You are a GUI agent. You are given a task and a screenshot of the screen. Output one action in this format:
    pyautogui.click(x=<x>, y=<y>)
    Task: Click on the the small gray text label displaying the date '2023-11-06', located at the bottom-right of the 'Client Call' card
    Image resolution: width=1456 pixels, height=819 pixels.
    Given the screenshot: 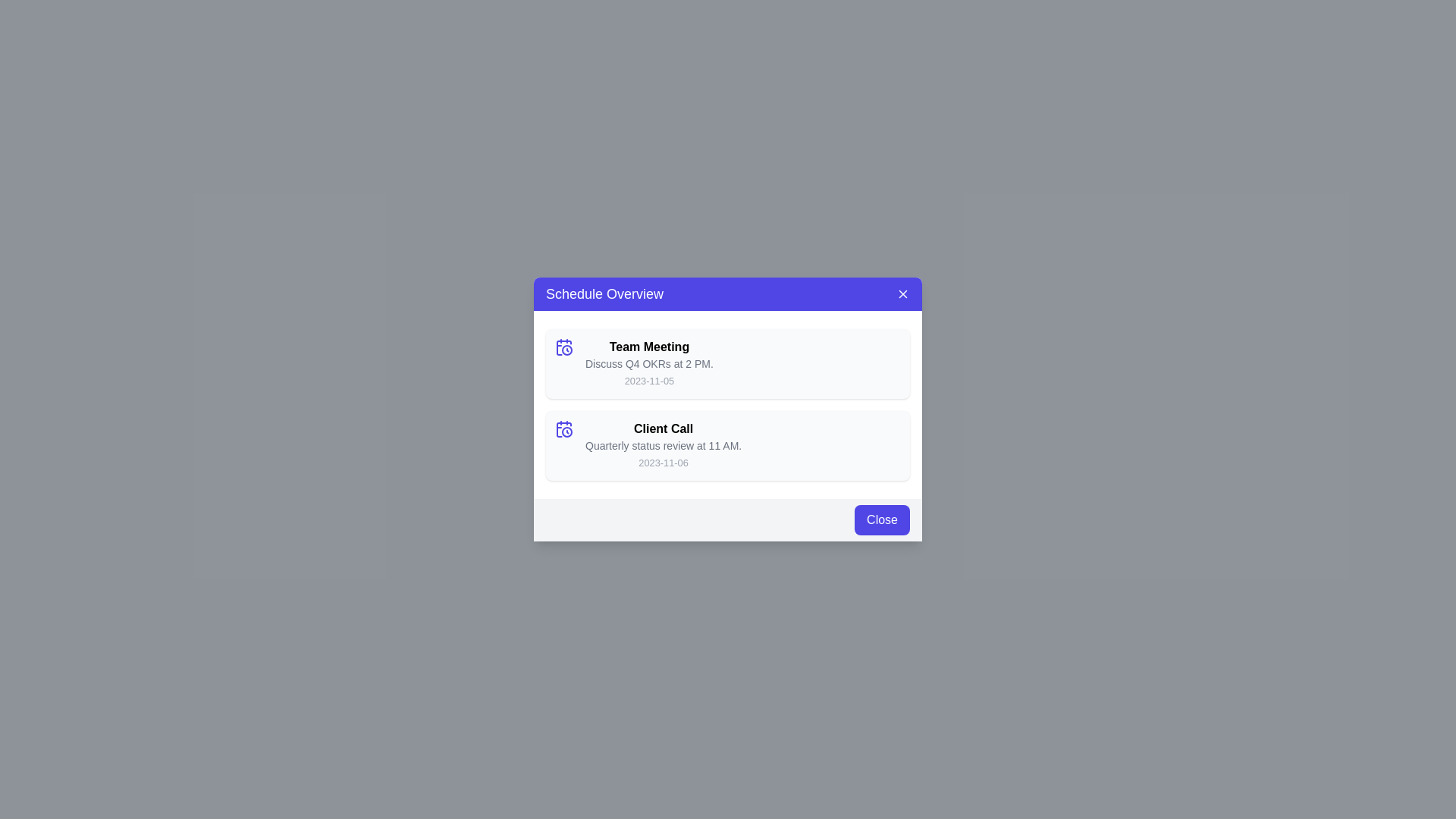 What is the action you would take?
    pyautogui.click(x=664, y=462)
    